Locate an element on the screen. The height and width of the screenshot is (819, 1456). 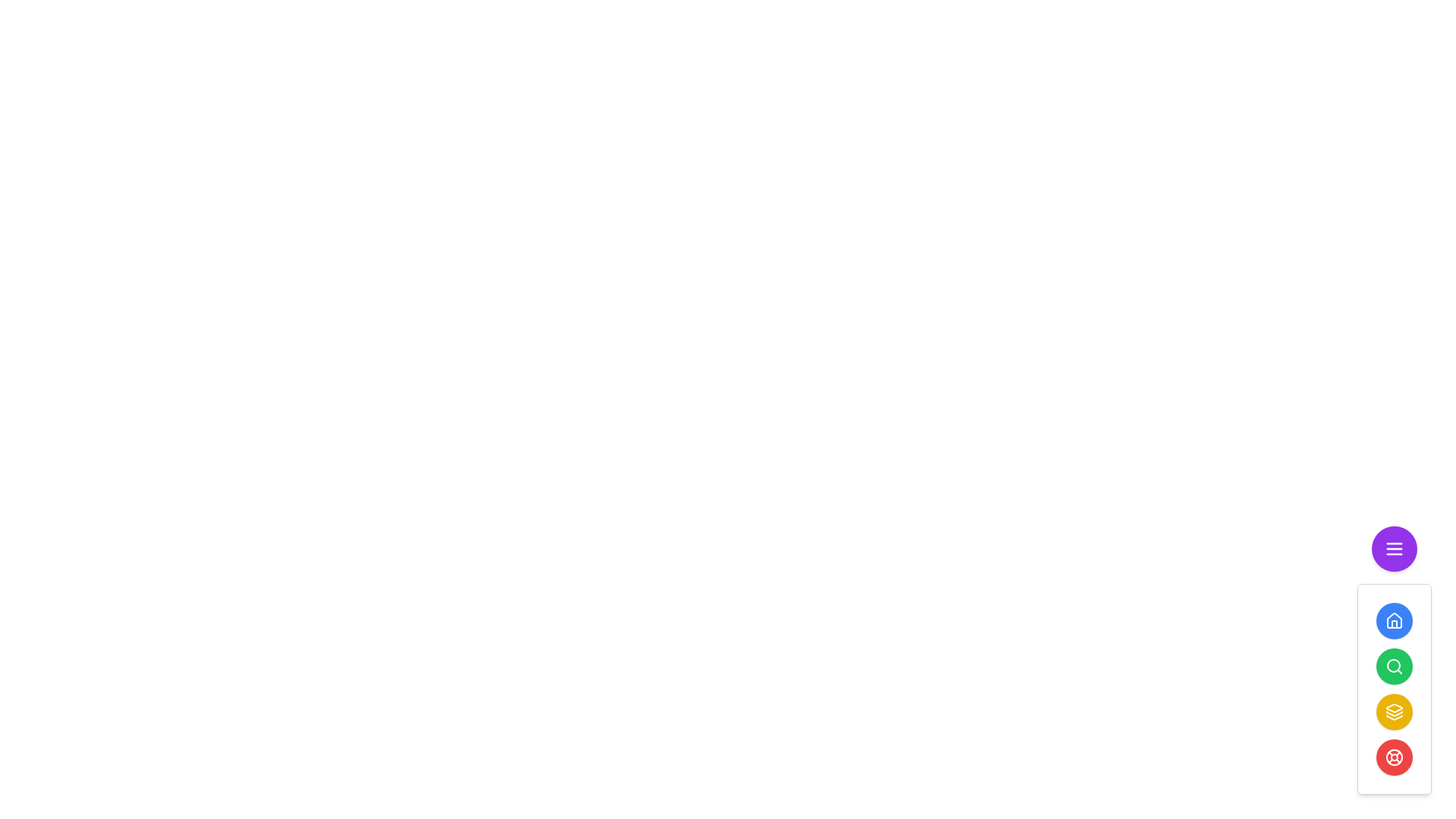
graphical vector shape resembling a tapered layer, which is the bottom-most layer in a set of three stacked layers icons located towards the right side of the interface is located at coordinates (1394, 717).